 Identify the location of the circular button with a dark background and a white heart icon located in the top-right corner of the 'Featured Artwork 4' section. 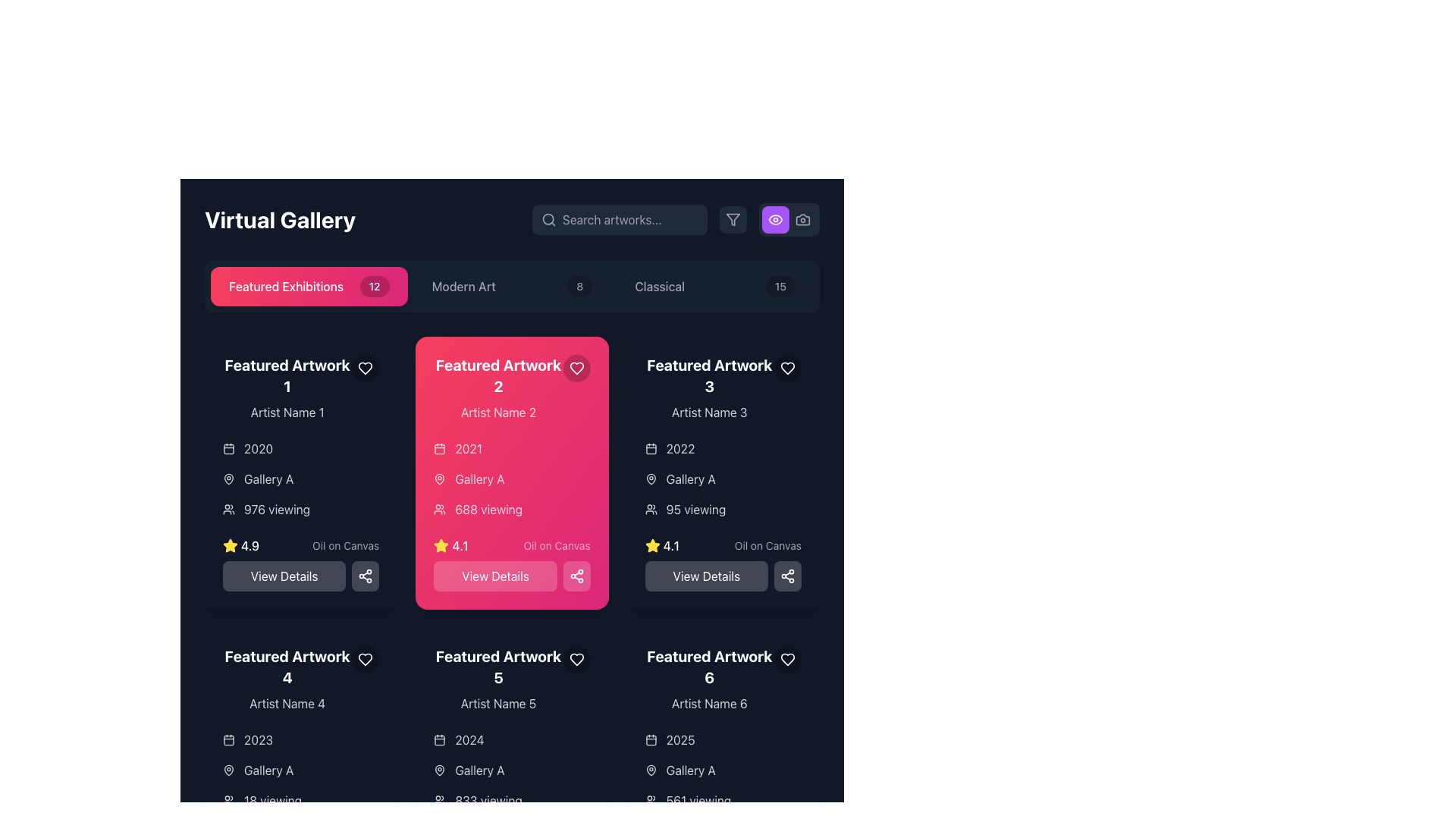
(366, 659).